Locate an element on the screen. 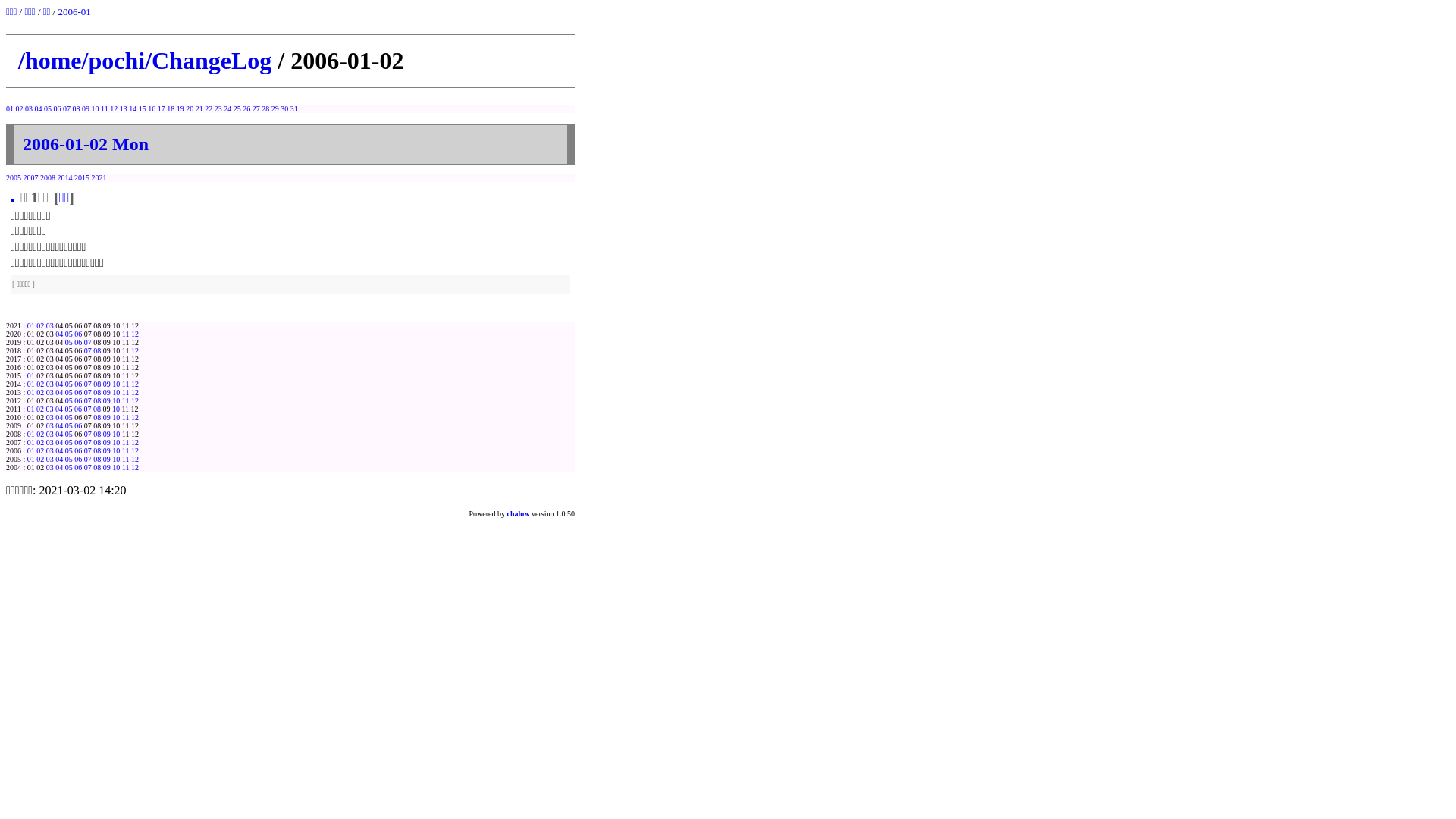 The width and height of the screenshot is (1456, 819). '22' is located at coordinates (207, 108).